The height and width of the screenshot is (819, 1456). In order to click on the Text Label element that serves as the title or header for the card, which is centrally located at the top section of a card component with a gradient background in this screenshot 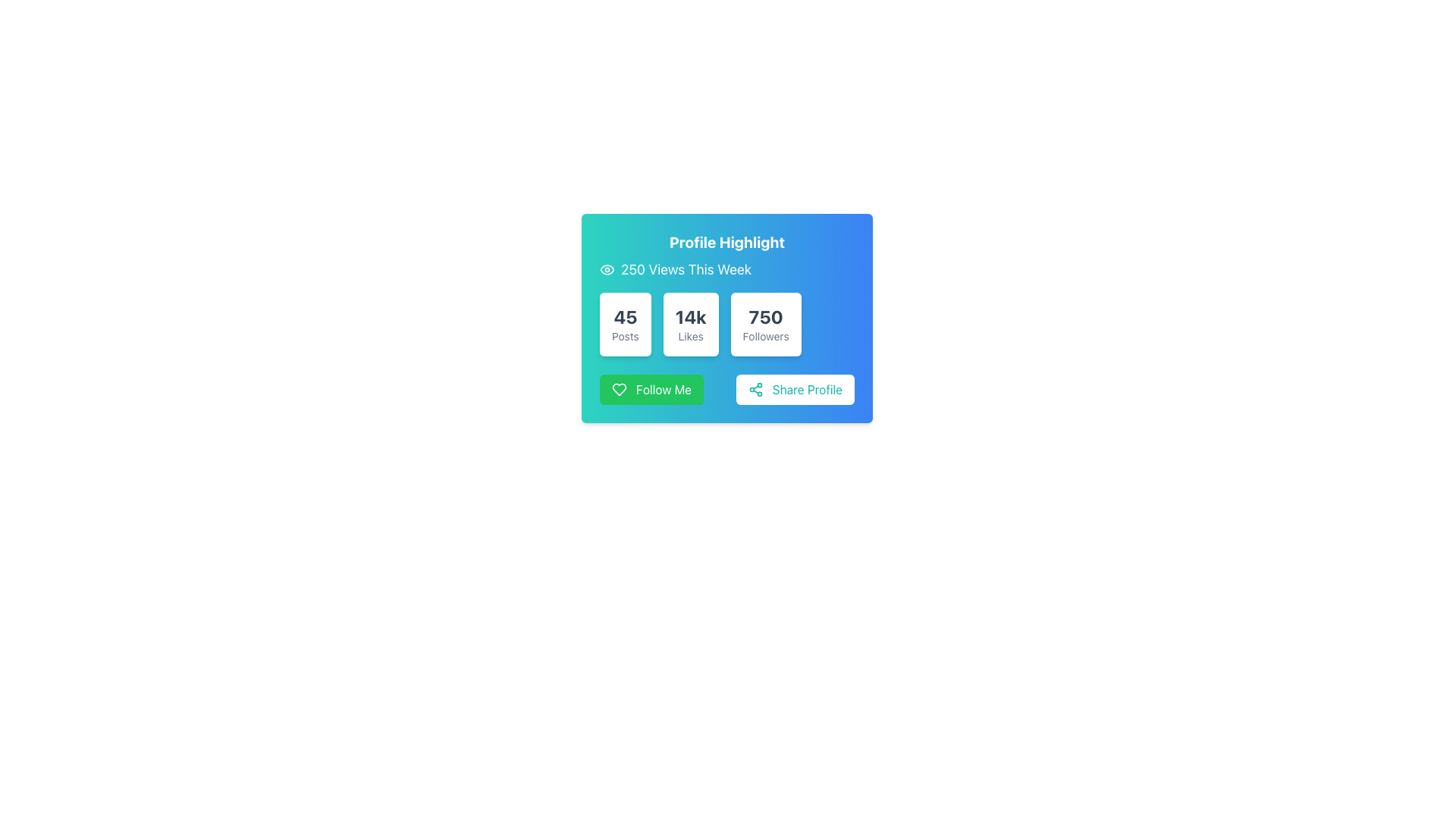, I will do `click(726, 242)`.